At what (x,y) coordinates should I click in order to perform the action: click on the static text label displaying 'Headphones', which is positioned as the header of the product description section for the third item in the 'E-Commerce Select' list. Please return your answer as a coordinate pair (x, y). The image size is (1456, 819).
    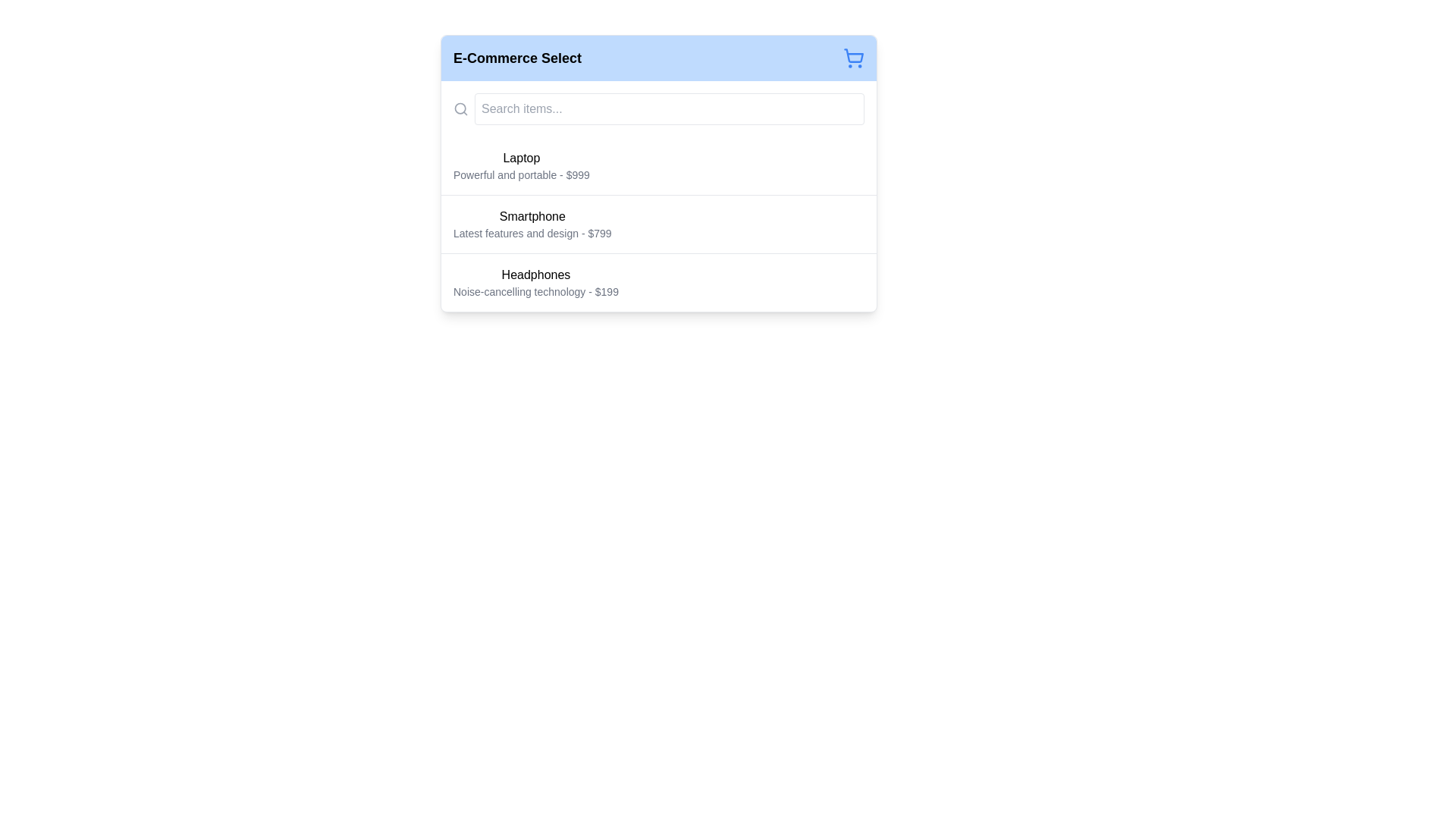
    Looking at the image, I should click on (535, 275).